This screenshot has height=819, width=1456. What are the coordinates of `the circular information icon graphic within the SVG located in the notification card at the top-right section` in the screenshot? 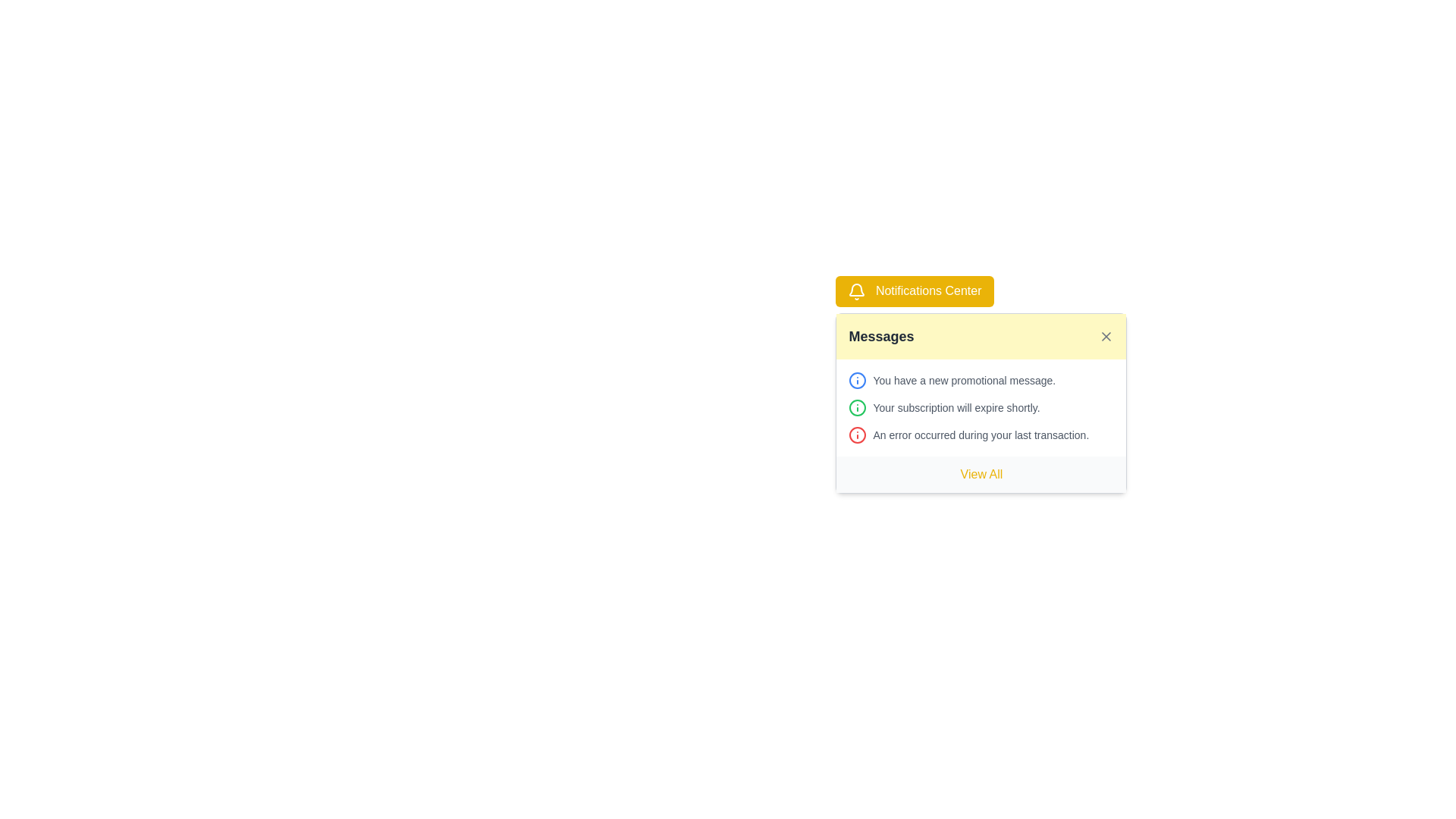 It's located at (858, 435).